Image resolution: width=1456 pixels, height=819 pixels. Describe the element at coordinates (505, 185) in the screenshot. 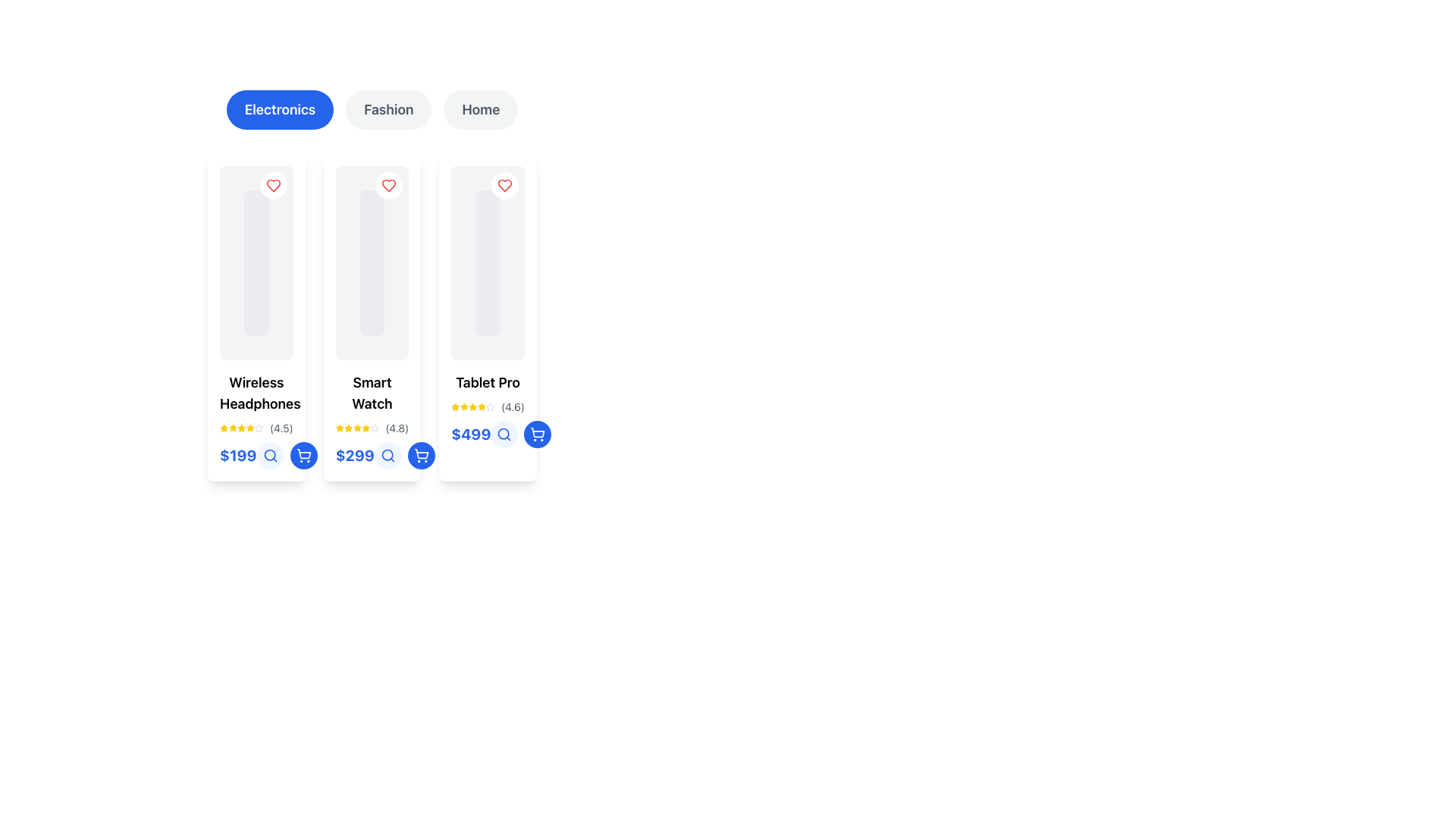

I see `the favorite icon within the circular button located at the top-right corner of the 'Tablet Pro' product card` at that location.